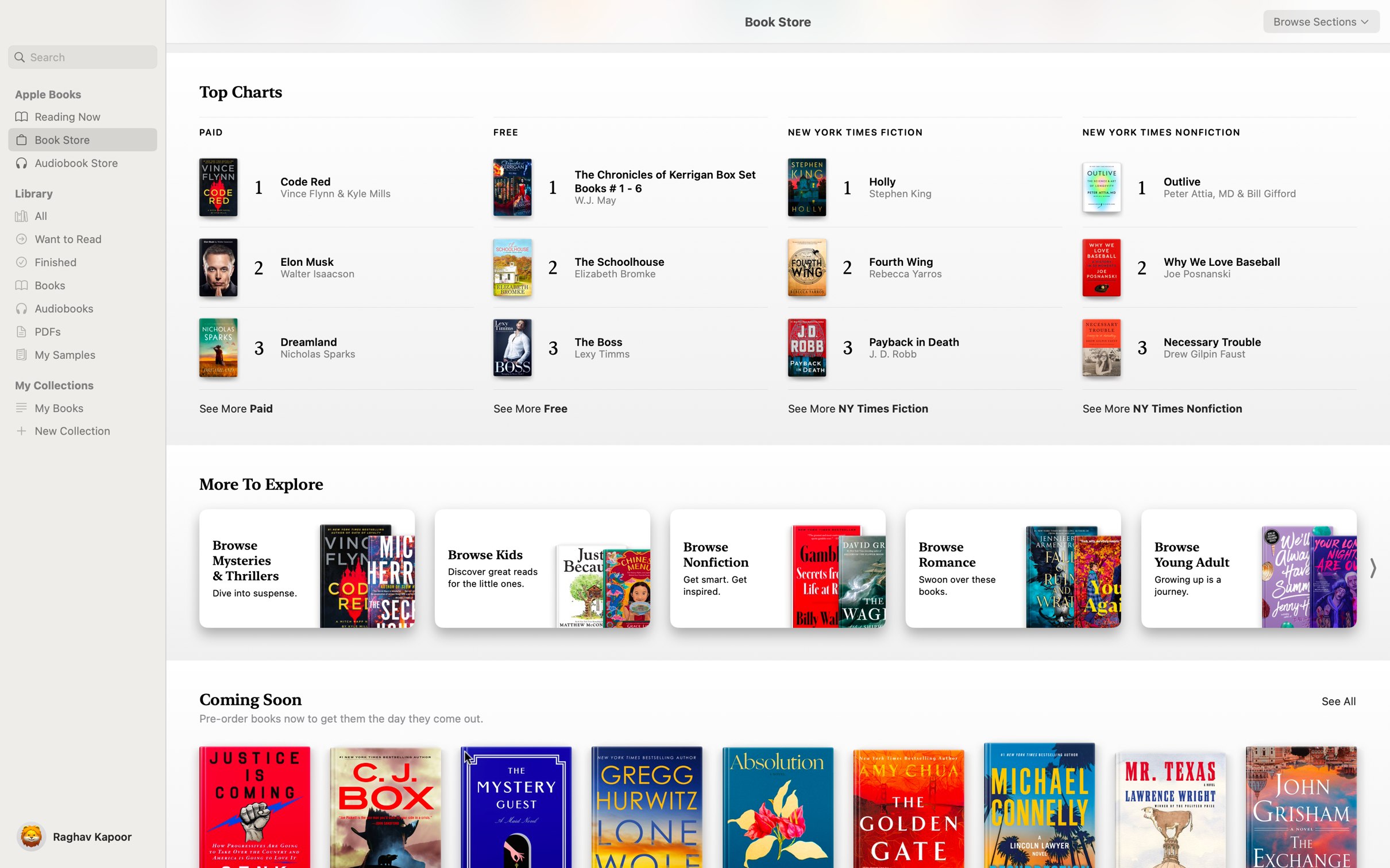 Image resolution: width=1390 pixels, height=868 pixels. What do you see at coordinates (325, 348) in the screenshot?
I see `"Dreamland" from purchased top books` at bounding box center [325, 348].